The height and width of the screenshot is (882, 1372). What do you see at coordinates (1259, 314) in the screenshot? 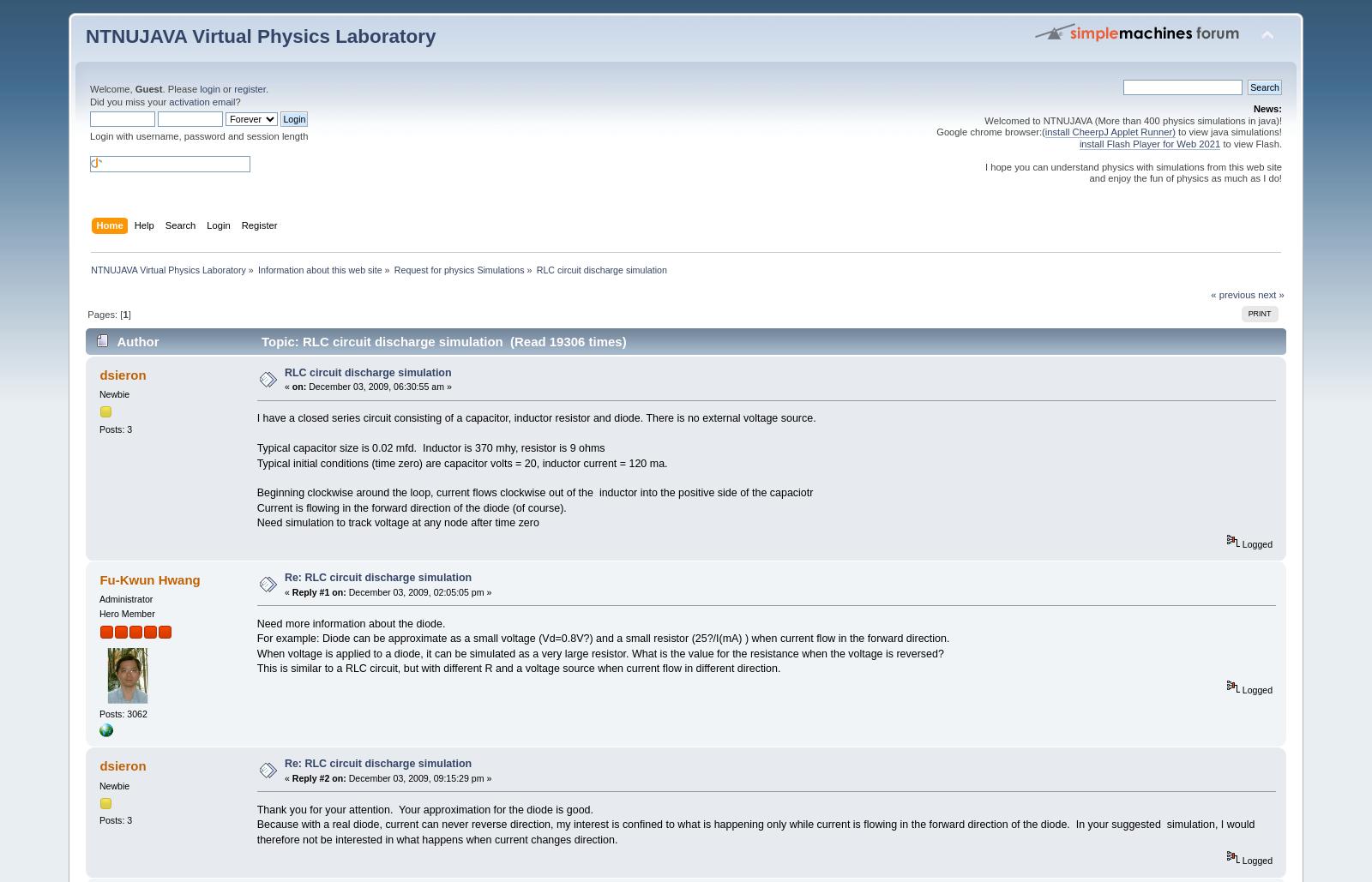
I see `'Print'` at bounding box center [1259, 314].